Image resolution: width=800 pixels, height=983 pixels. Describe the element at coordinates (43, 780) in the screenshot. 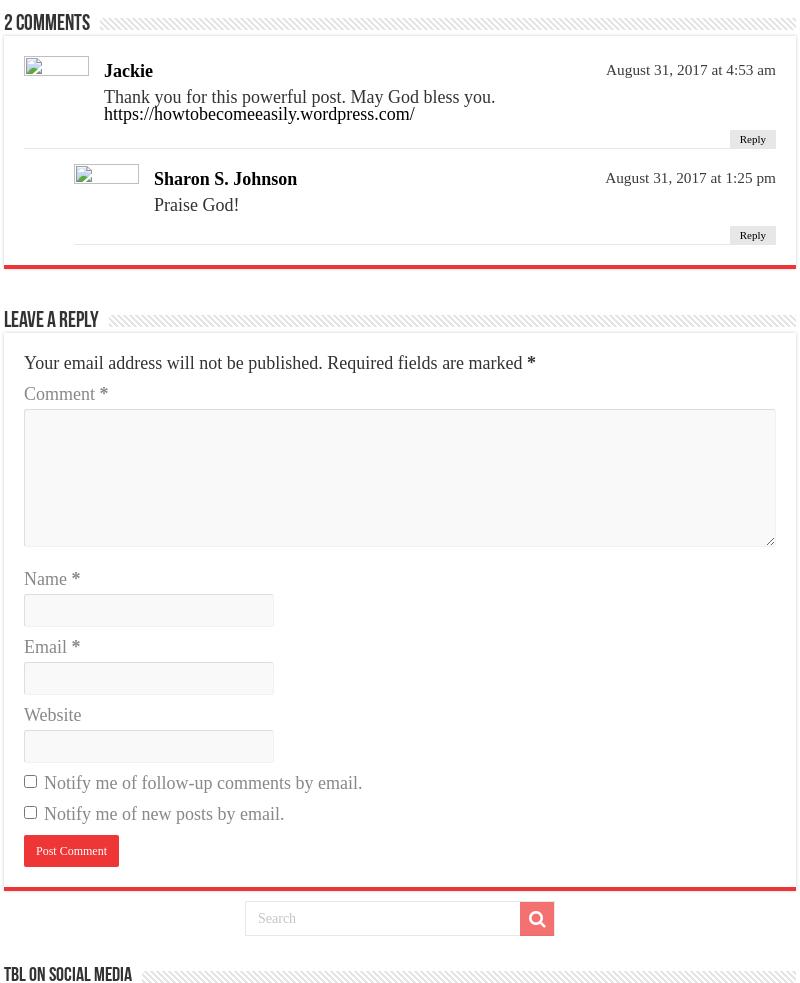

I see `'Notify me of follow-up comments by email.'` at that location.